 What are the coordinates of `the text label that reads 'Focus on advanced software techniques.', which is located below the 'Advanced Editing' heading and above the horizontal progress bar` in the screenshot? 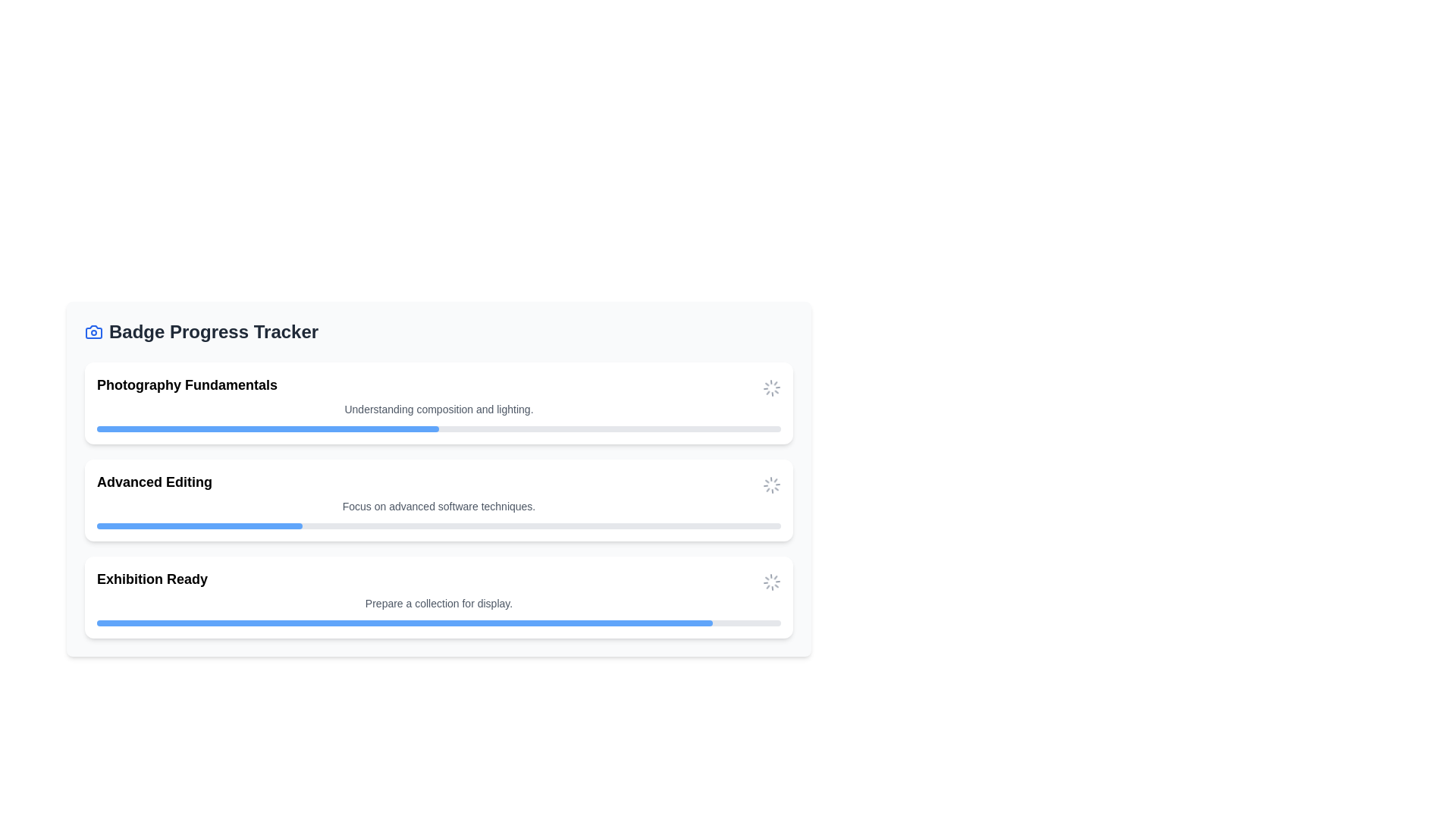 It's located at (438, 506).